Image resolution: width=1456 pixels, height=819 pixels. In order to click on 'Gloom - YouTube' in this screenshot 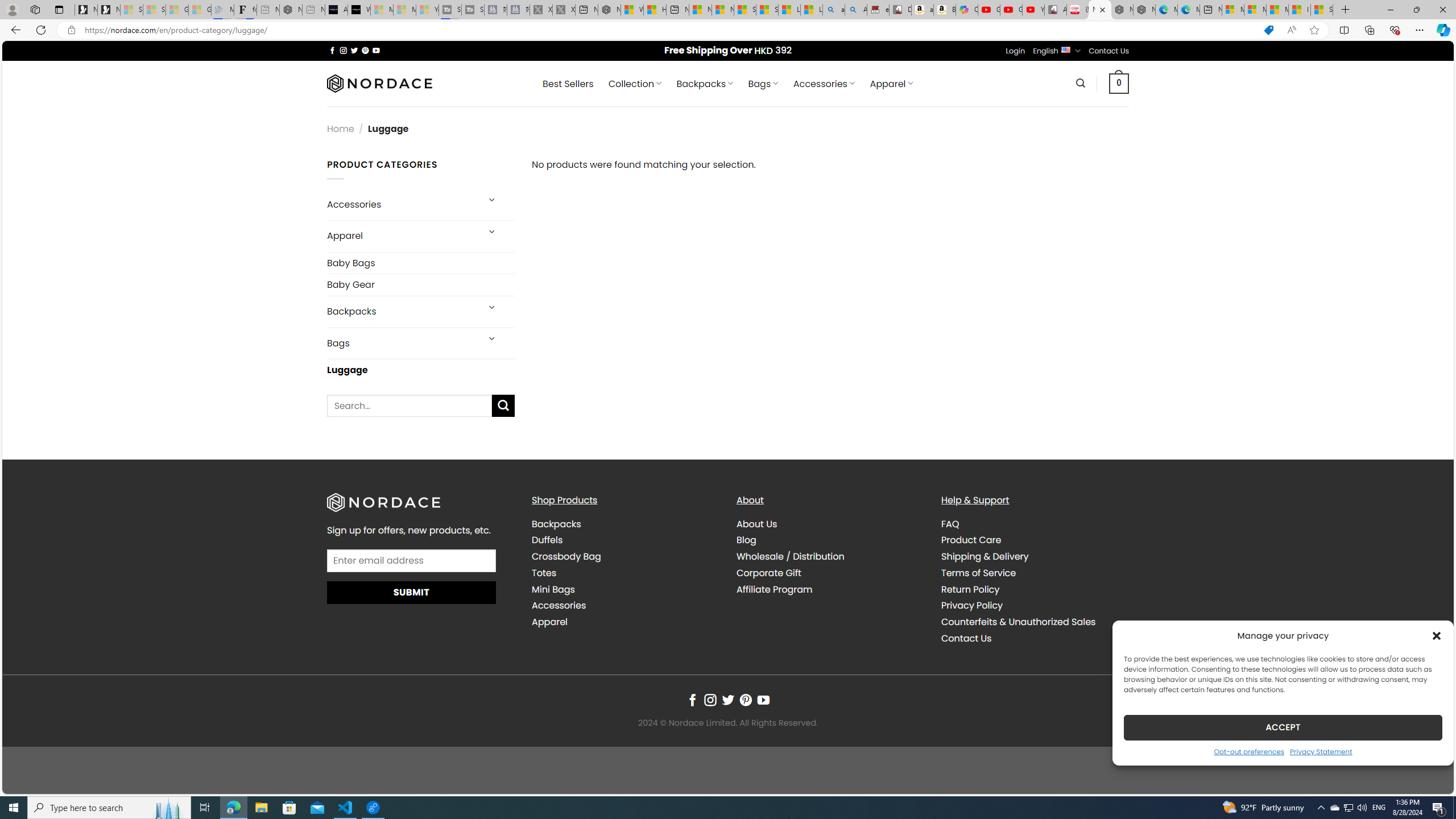, I will do `click(1011, 9)`.